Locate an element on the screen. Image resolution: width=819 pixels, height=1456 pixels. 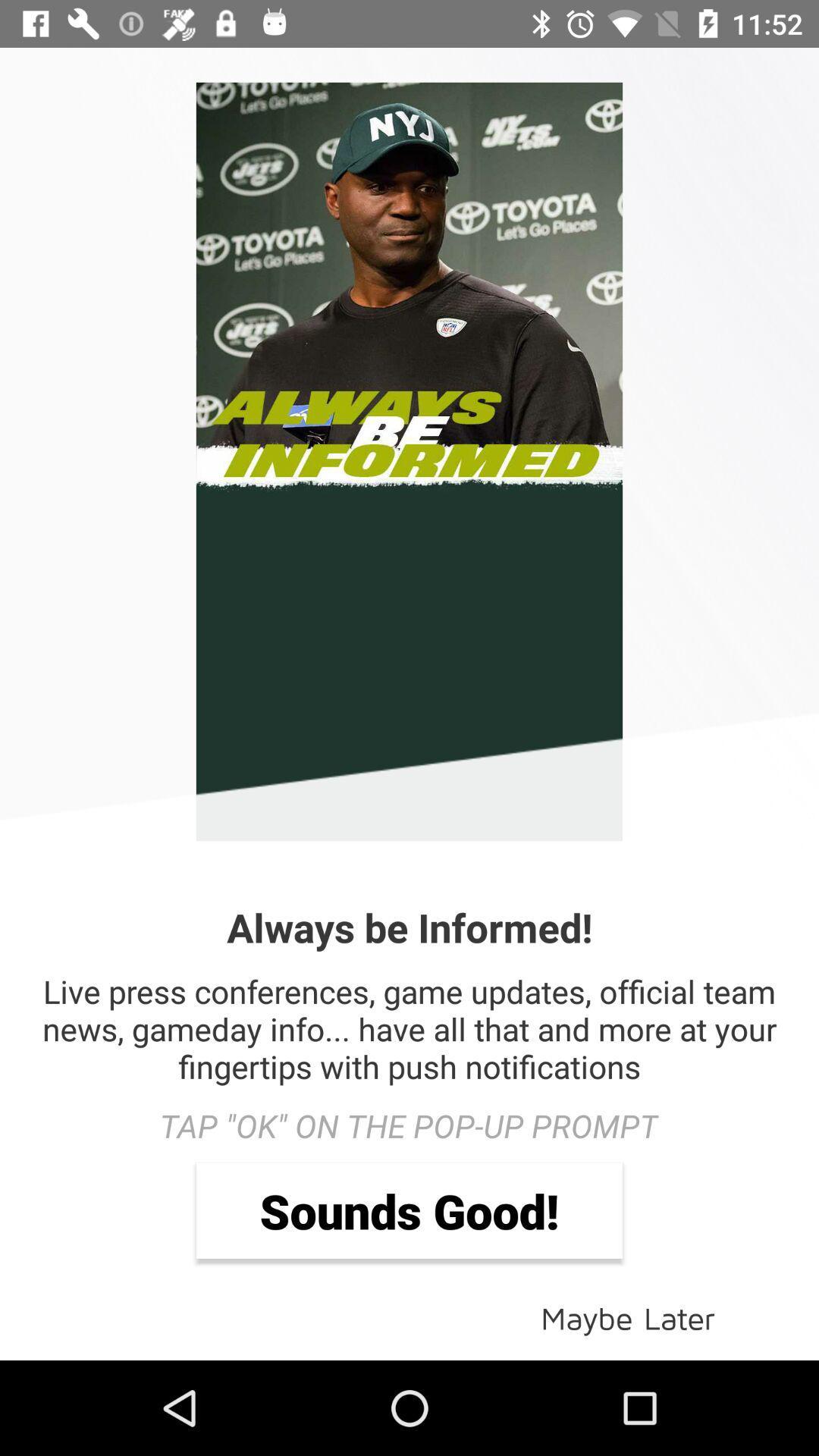
the item below the sounds good! icon is located at coordinates (628, 1316).